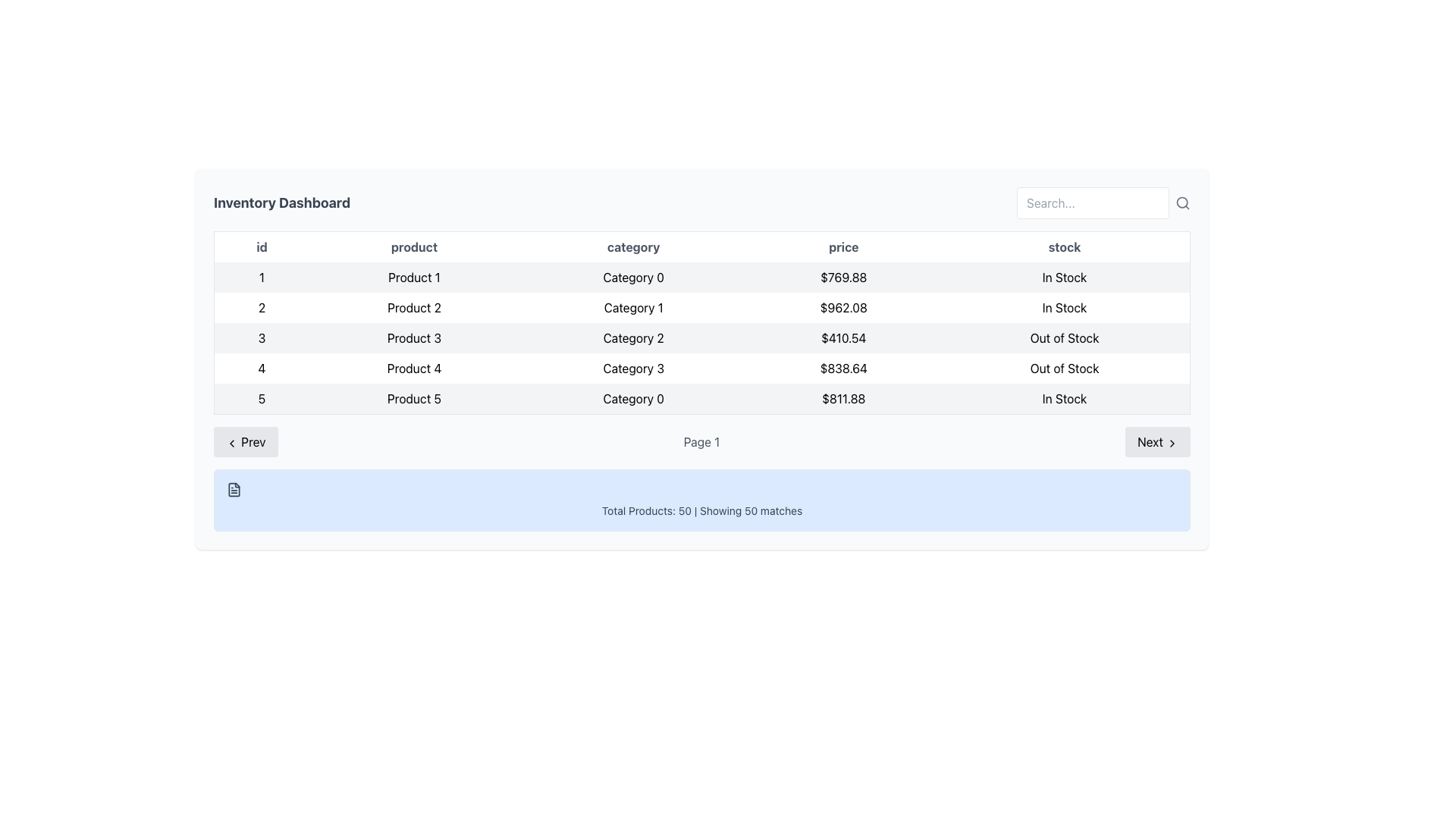  What do you see at coordinates (246, 441) in the screenshot?
I see `the 'Prev' button with a light gray background and a leftward-facing arrow icon` at bounding box center [246, 441].